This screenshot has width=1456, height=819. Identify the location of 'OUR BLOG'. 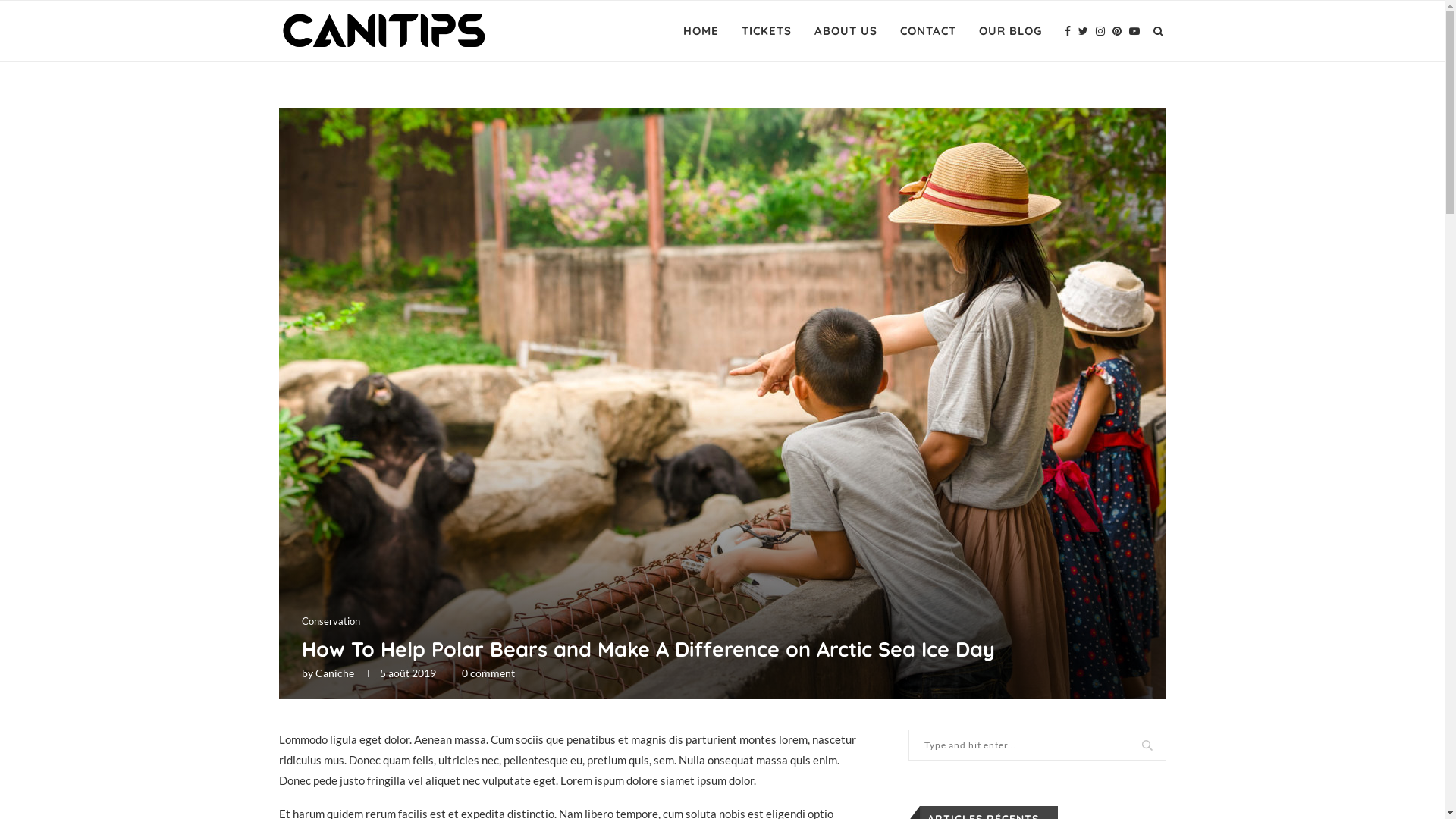
(978, 31).